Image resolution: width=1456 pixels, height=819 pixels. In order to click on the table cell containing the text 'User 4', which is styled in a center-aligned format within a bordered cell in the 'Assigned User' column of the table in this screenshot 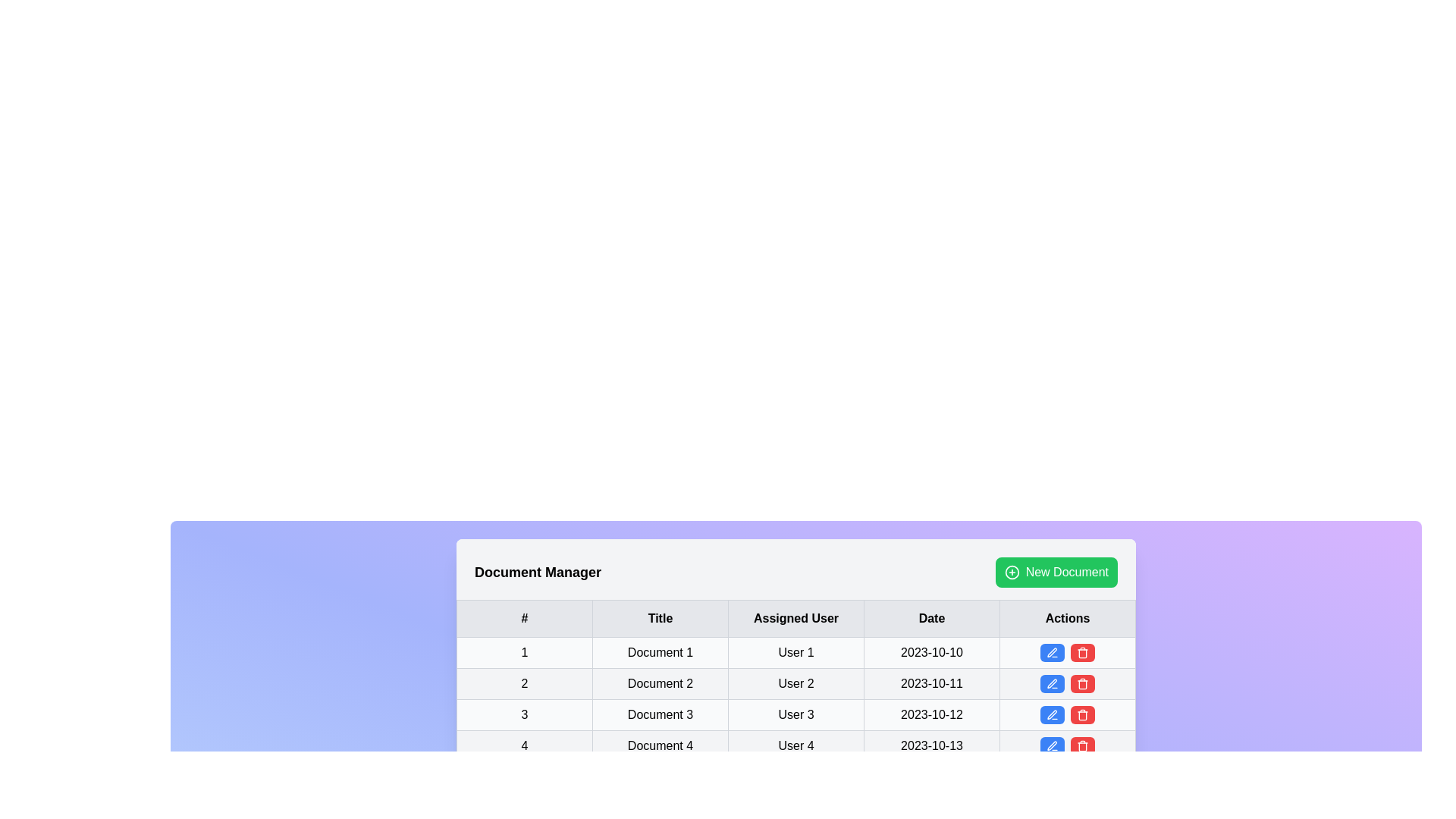, I will do `click(795, 745)`.